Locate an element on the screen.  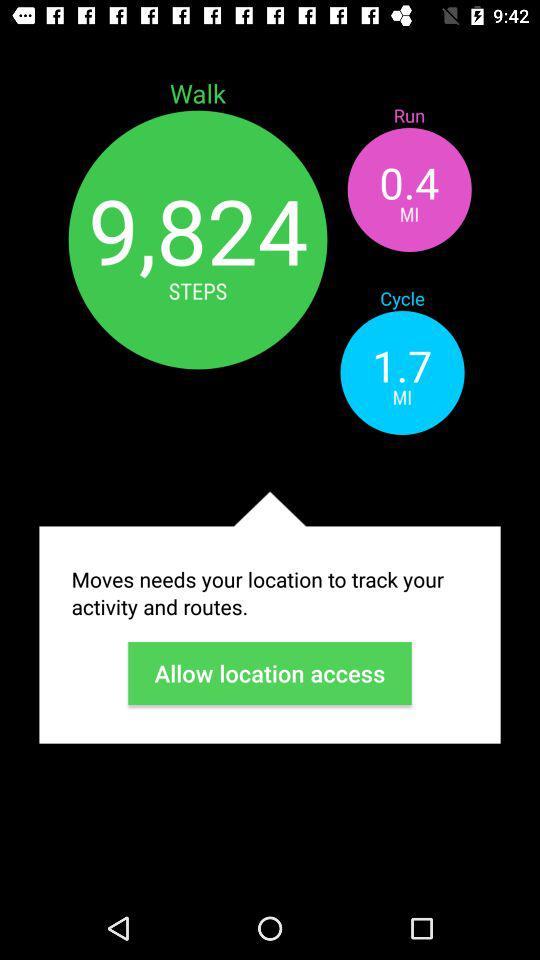
the item below mi app is located at coordinates (270, 593).